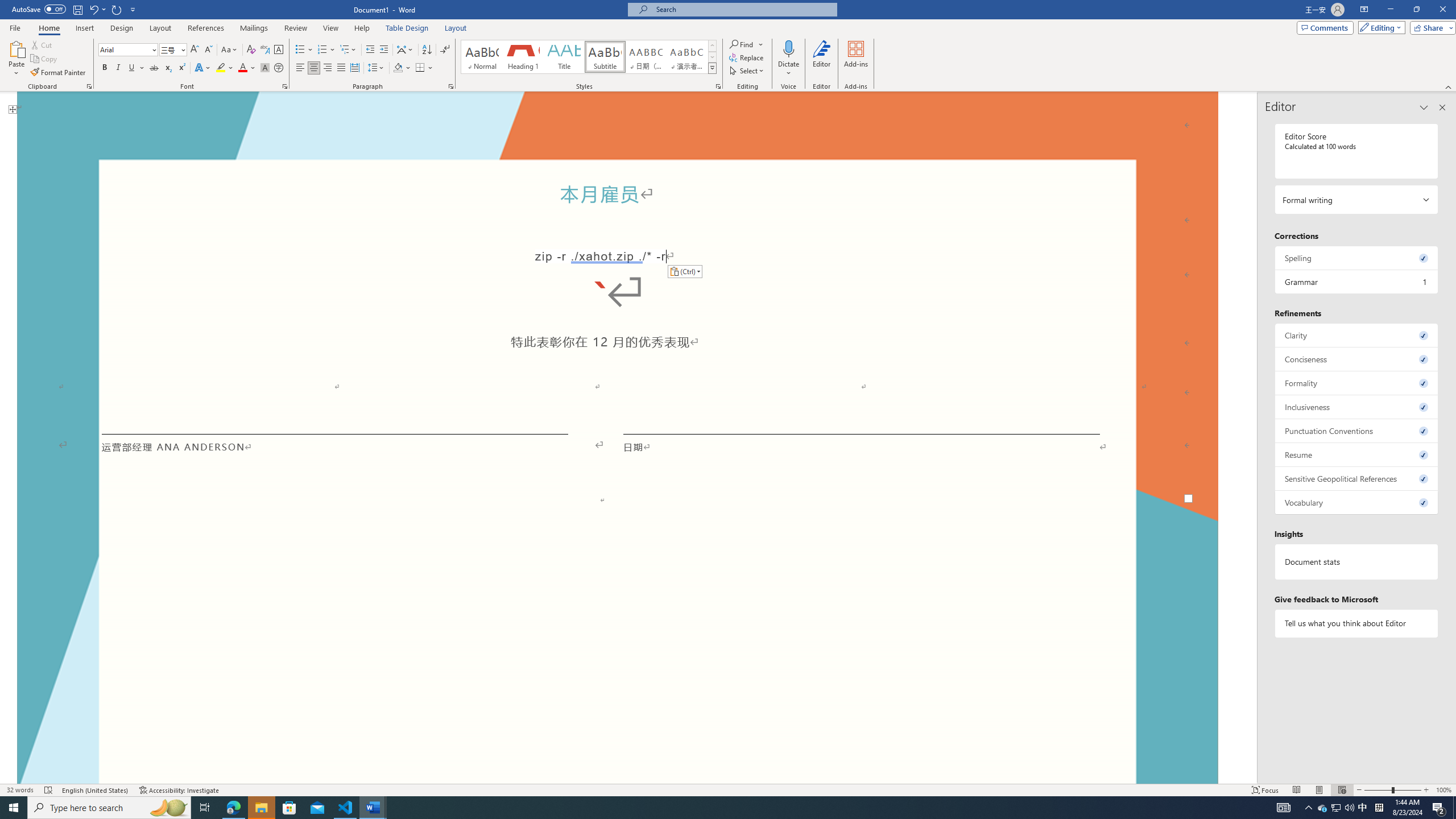 The height and width of the screenshot is (819, 1456). Describe the element at coordinates (220, 67) in the screenshot. I see `'Text Highlight Color Yellow'` at that location.